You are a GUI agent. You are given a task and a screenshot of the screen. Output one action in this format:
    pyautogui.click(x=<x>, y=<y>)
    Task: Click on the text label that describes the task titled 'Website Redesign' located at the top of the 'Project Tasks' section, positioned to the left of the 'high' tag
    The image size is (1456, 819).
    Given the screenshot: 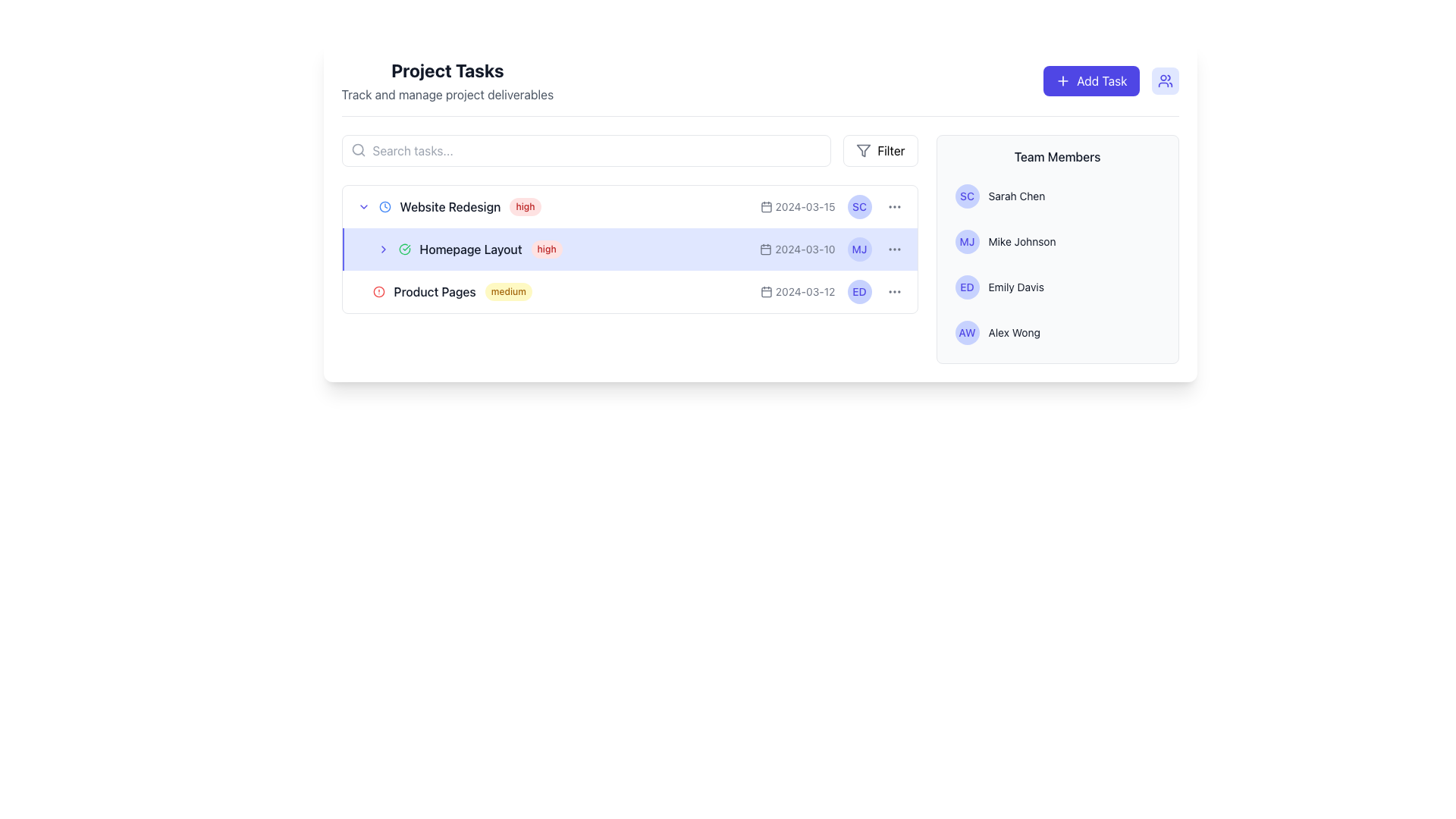 What is the action you would take?
    pyautogui.click(x=450, y=207)
    